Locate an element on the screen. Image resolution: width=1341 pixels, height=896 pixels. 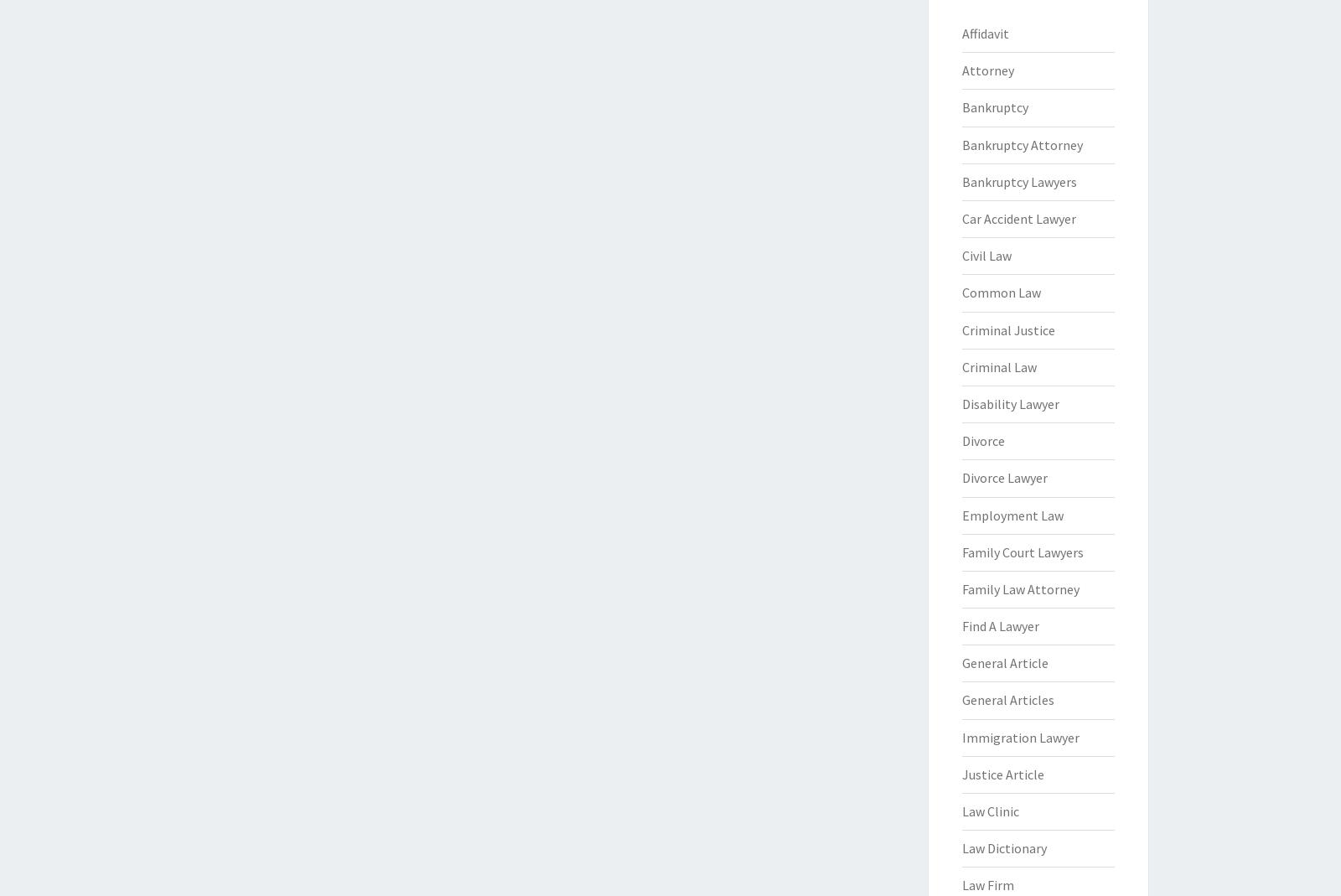
'Bankruptcy Attorney' is located at coordinates (1021, 144).